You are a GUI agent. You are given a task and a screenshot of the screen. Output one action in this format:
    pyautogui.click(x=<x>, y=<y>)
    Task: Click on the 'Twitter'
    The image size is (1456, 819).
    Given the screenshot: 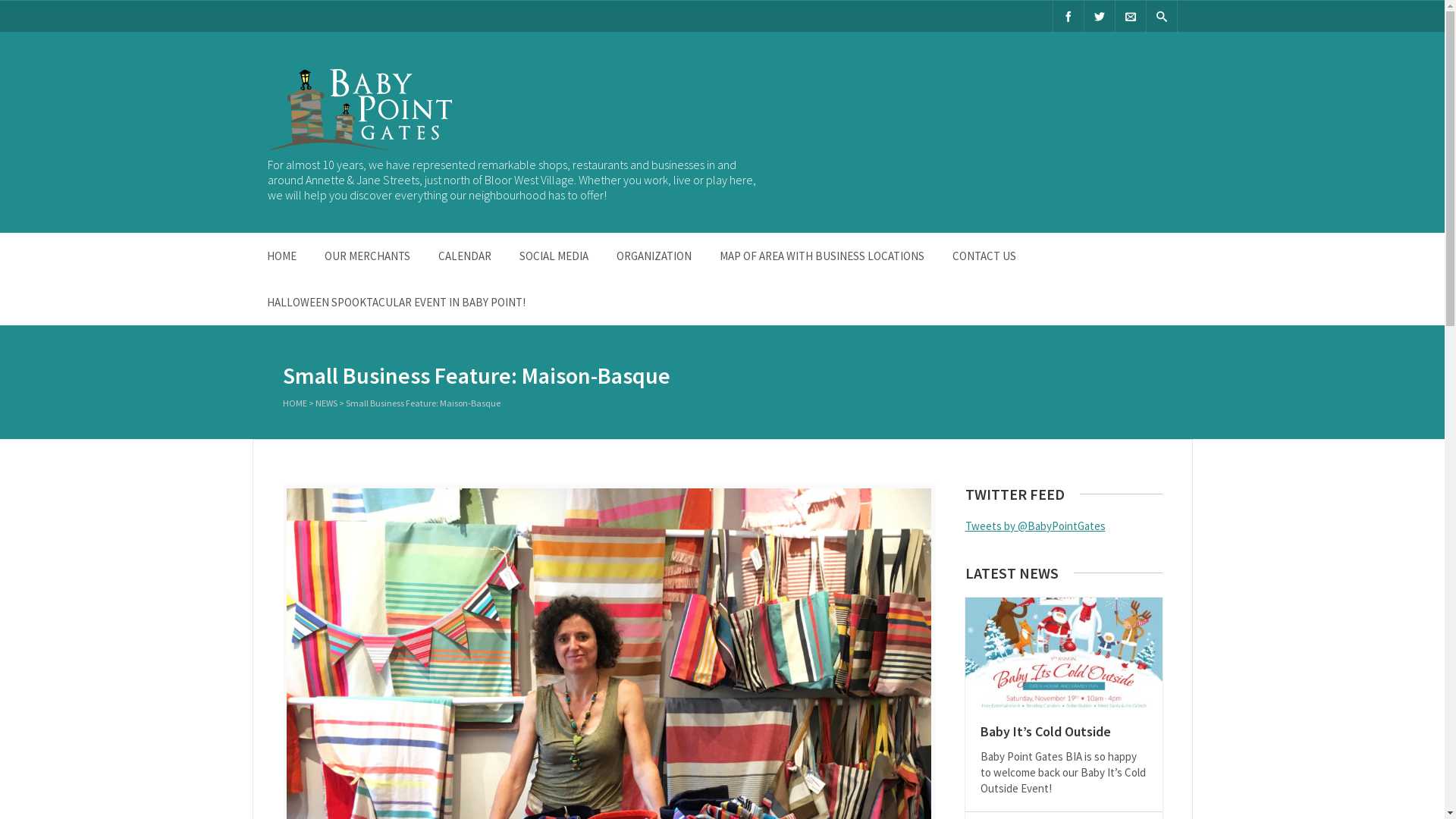 What is the action you would take?
    pyautogui.click(x=1099, y=16)
    